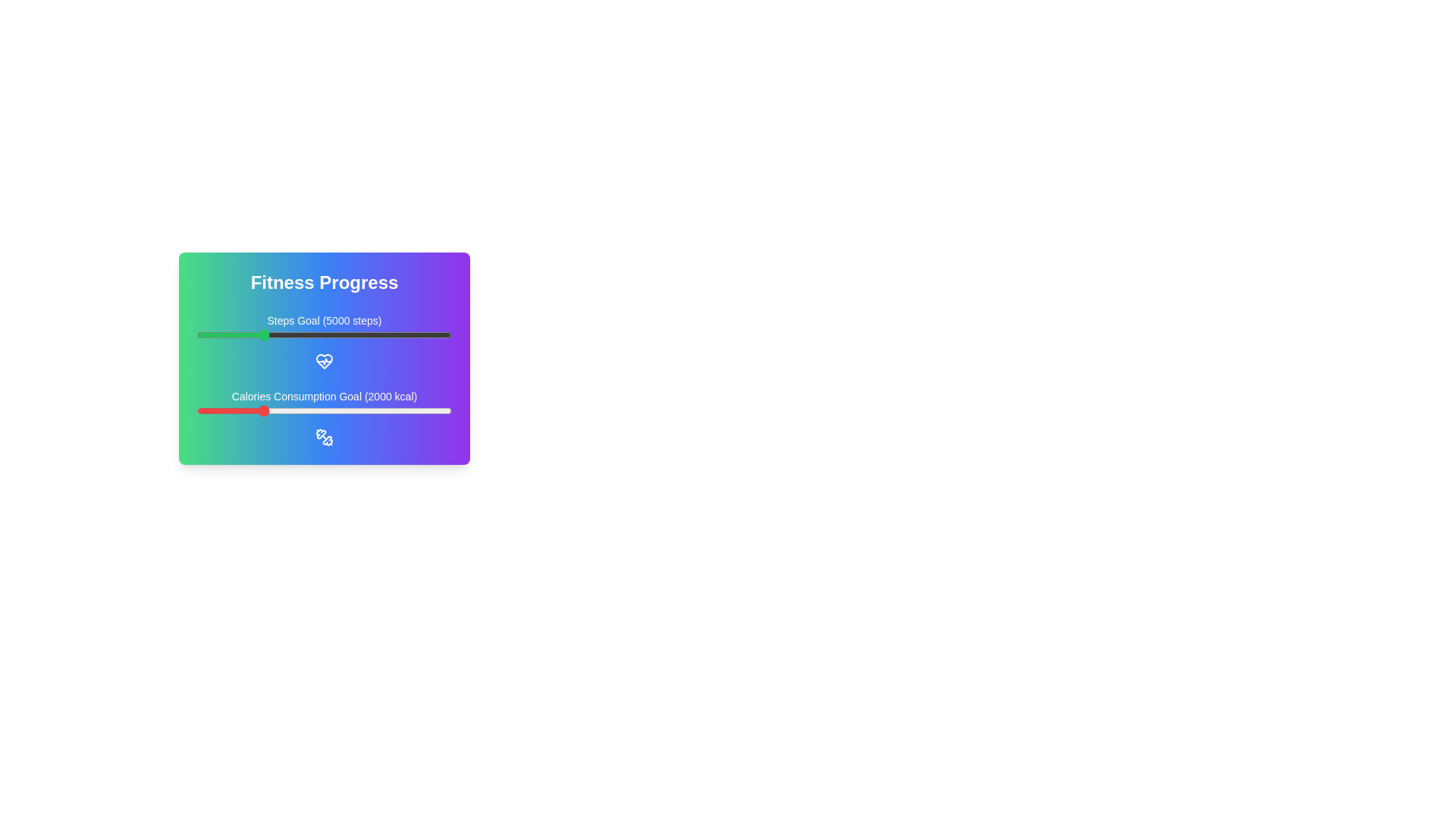  What do you see at coordinates (323, 334) in the screenshot?
I see `the range slider component below the label 'Steps Goal (5000 steps)' to set a value` at bounding box center [323, 334].